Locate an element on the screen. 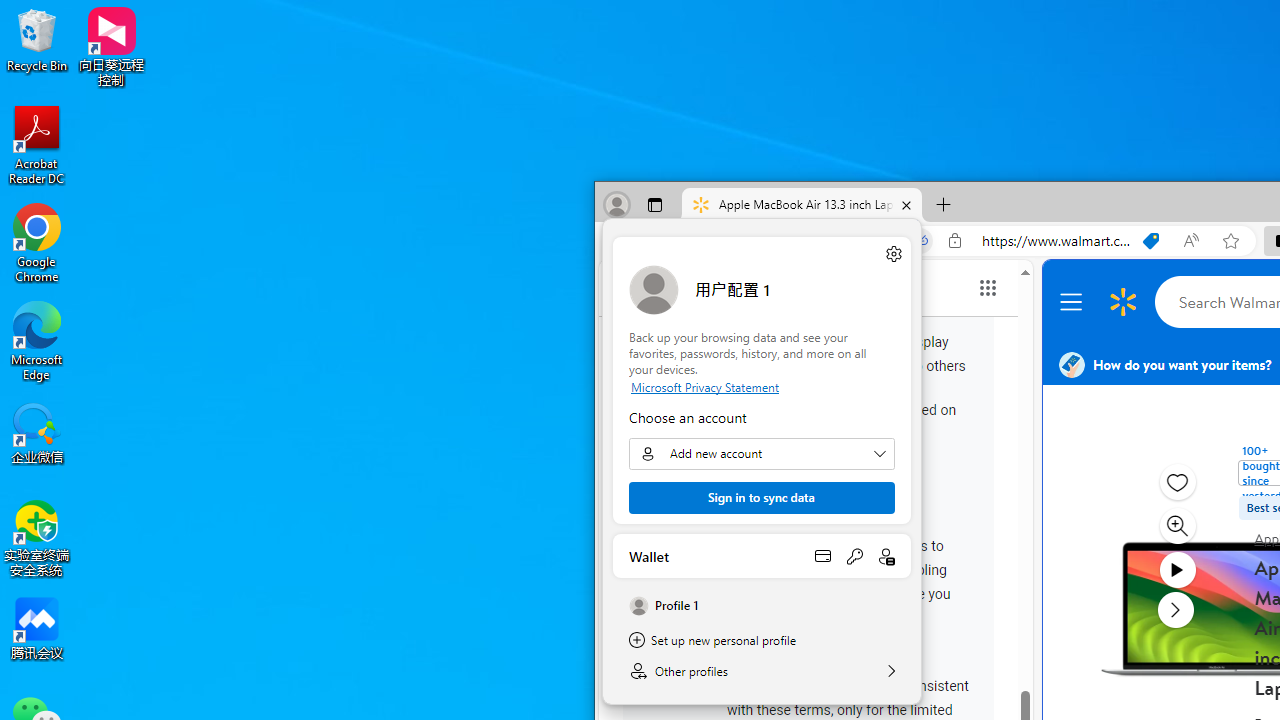  'next media item' is located at coordinates (1175, 608).